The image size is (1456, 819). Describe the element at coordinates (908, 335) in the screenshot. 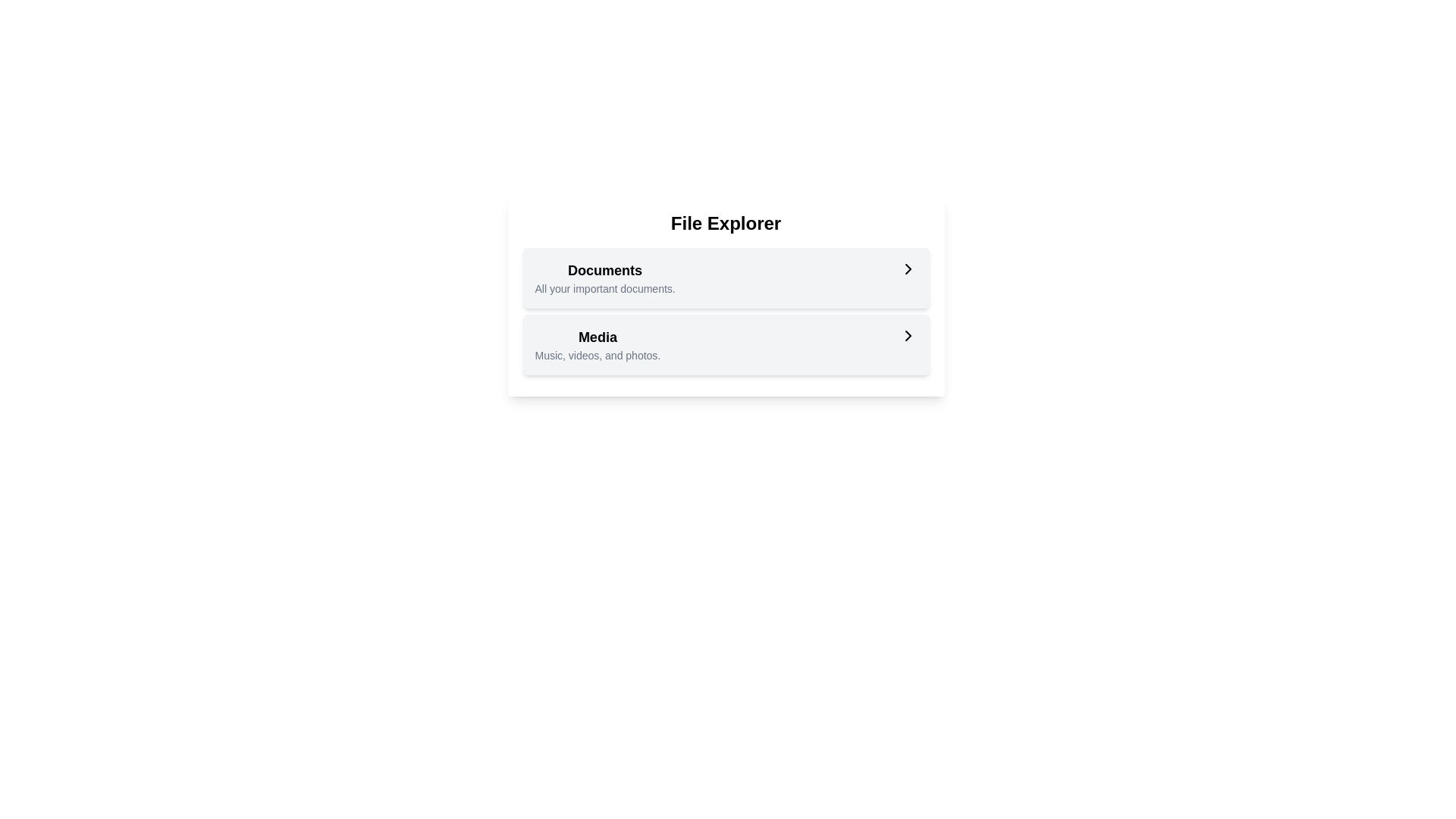

I see `the right-pointing chevron icon located at the far-right side of the 'Media' section in the 'File Explorer' interface` at that location.